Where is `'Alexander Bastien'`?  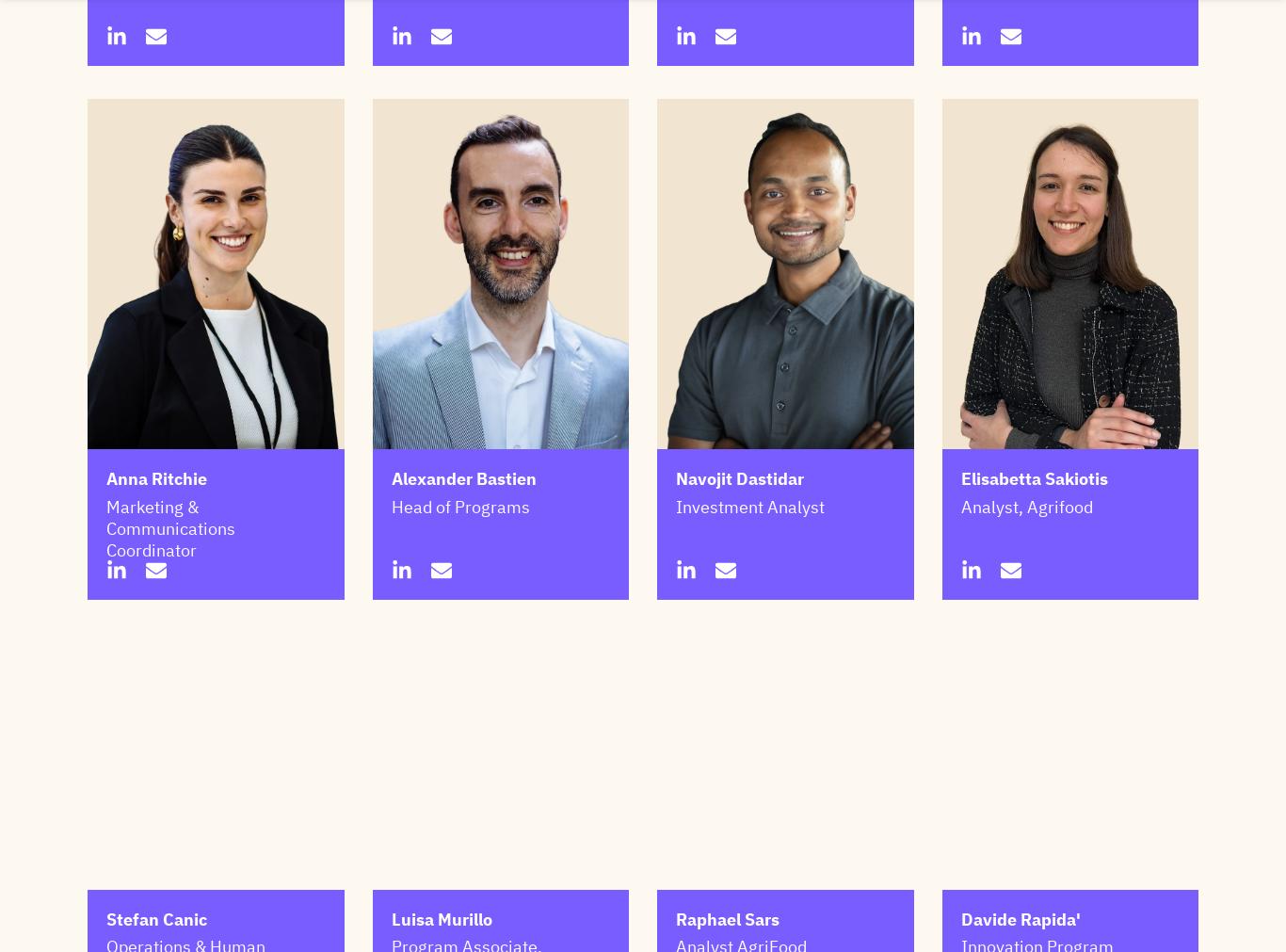 'Alexander Bastien' is located at coordinates (463, 478).